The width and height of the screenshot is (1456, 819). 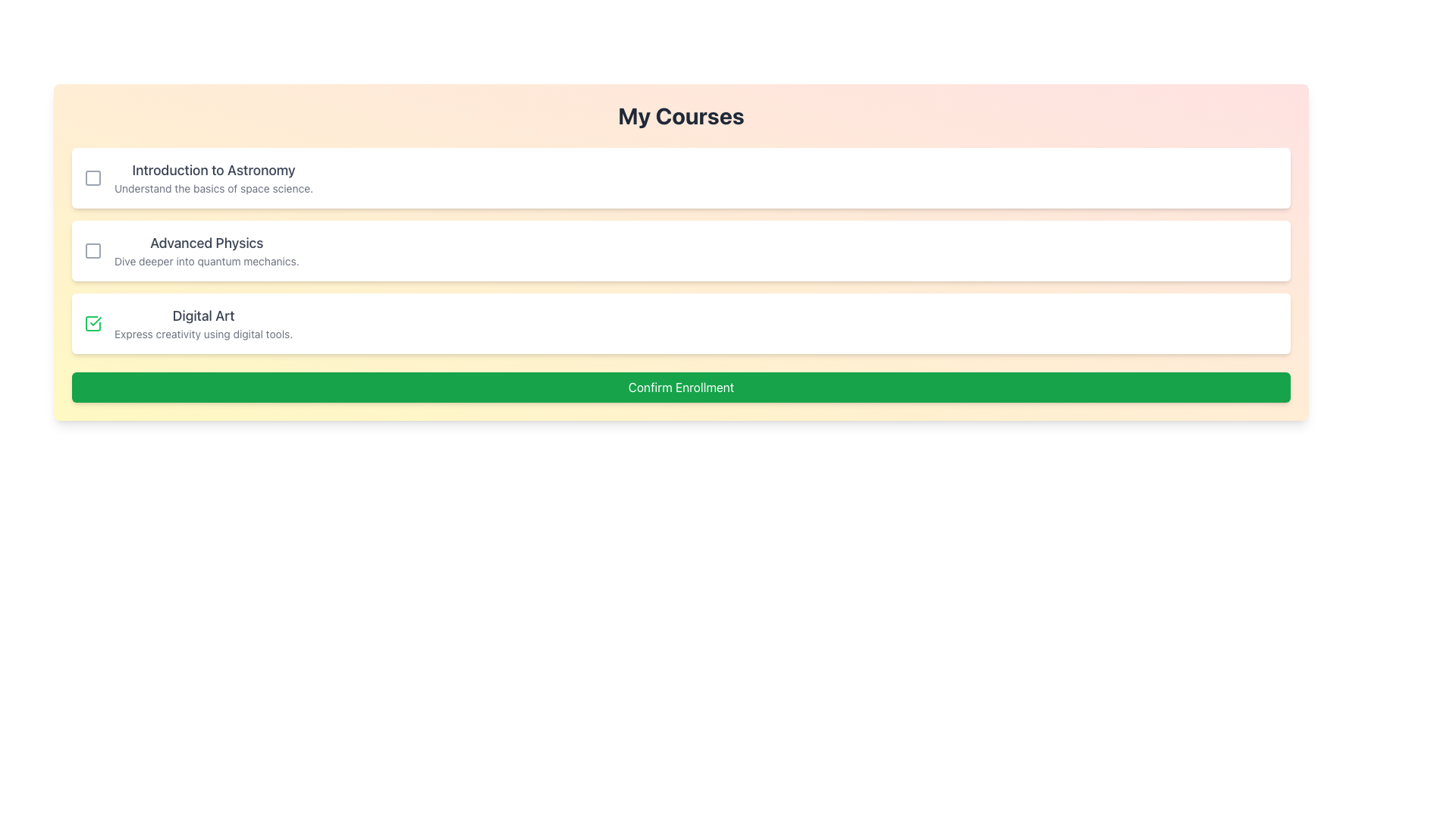 What do you see at coordinates (93, 177) in the screenshot?
I see `the checkbox located near the bold heading 'Introduction to Astronomy', which is a small square shape with rounded corners, styled with a border and no interior color` at bounding box center [93, 177].